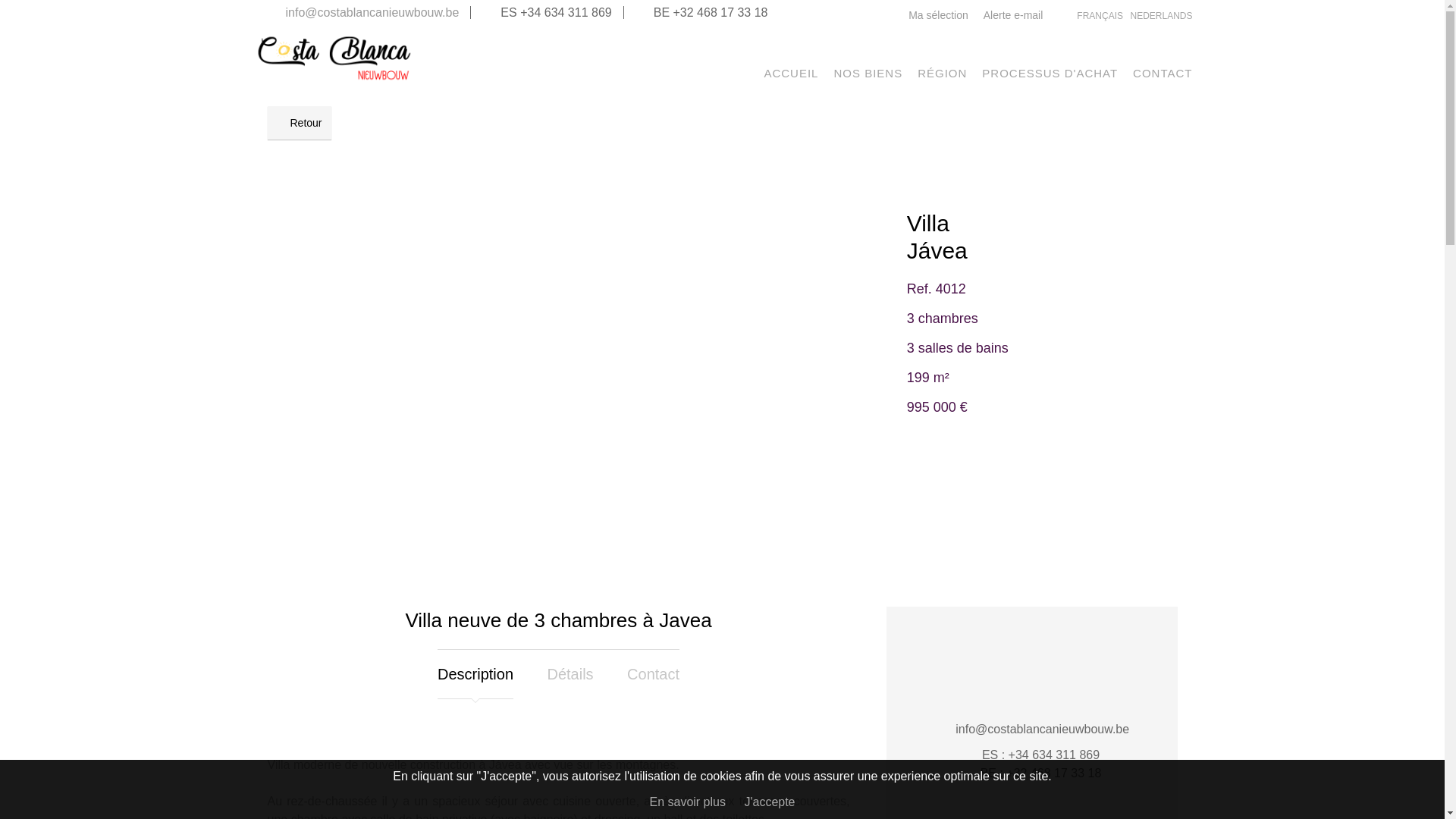  I want to click on 'PROCESSUS D'ACHAT', so click(1049, 73).